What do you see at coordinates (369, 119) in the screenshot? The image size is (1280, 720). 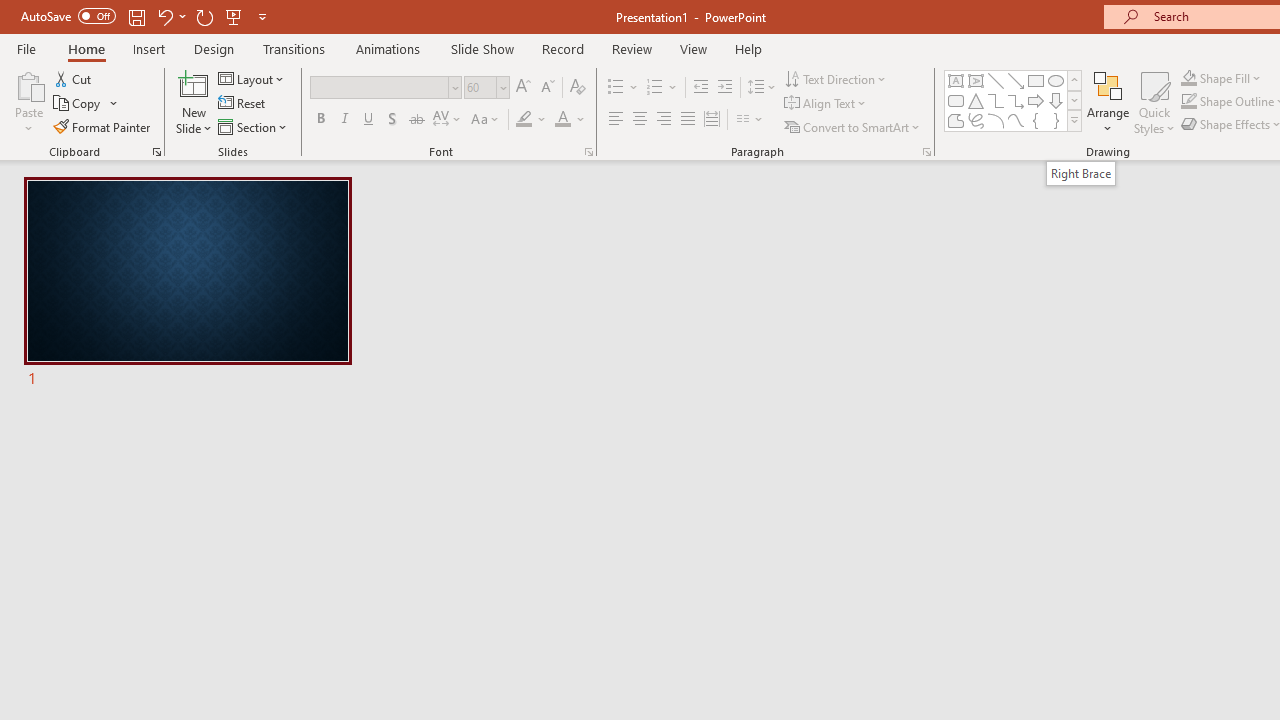 I see `'Underline'` at bounding box center [369, 119].